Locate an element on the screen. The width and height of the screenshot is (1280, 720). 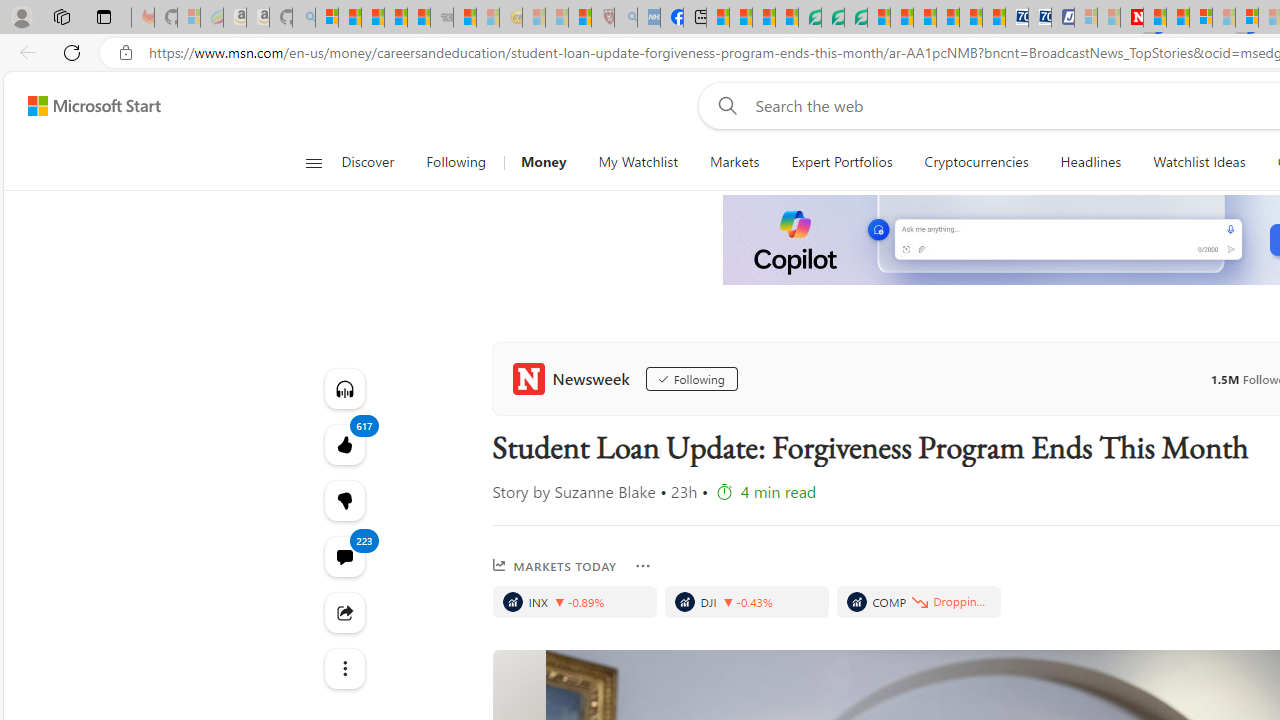
'Cheap Car Rentals - Save70.com' is located at coordinates (1016, 17).